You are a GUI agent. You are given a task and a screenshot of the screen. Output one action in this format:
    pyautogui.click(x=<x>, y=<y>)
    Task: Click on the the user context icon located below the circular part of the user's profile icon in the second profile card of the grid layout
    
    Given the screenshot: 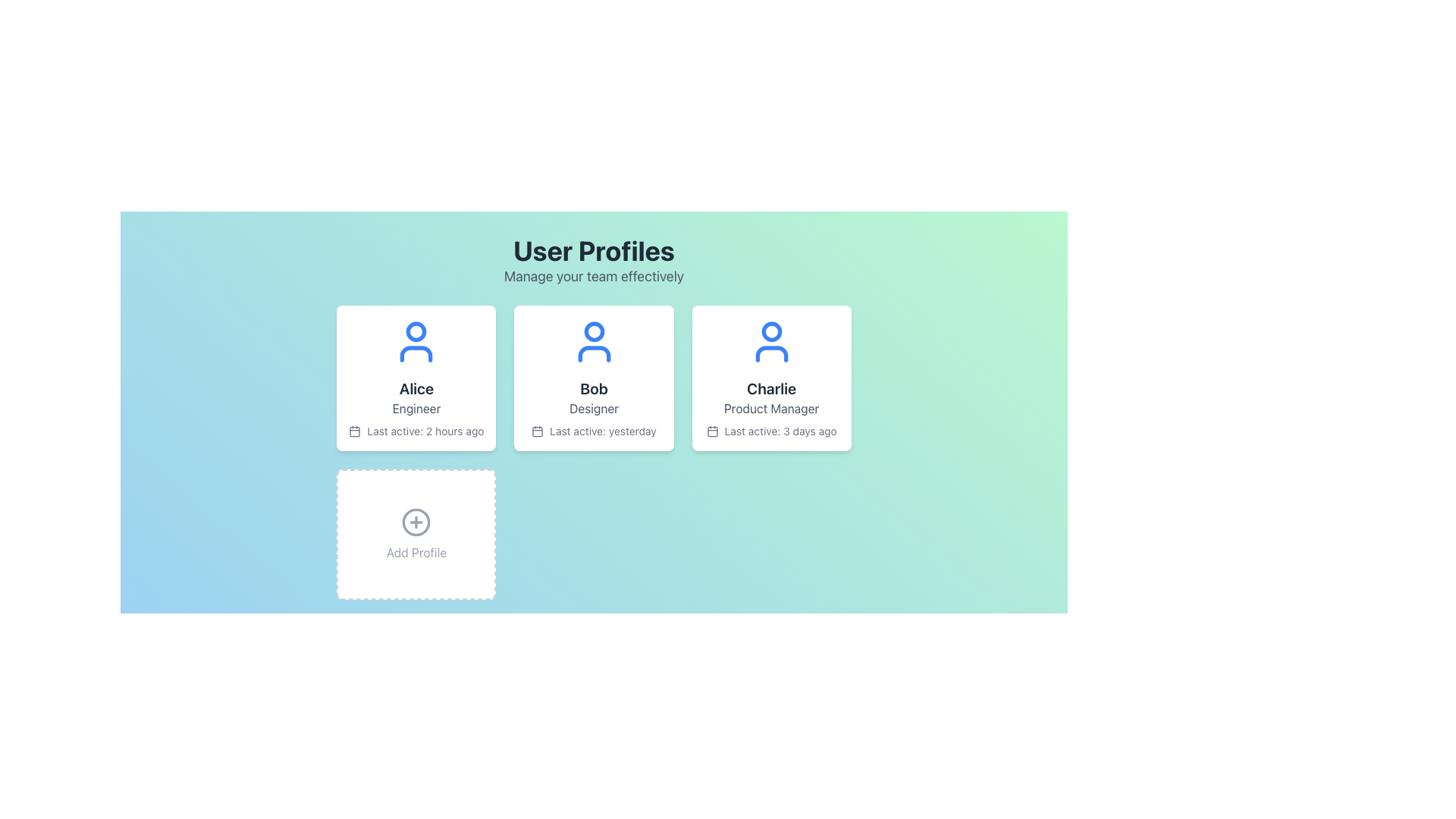 What is the action you would take?
    pyautogui.click(x=593, y=353)
    